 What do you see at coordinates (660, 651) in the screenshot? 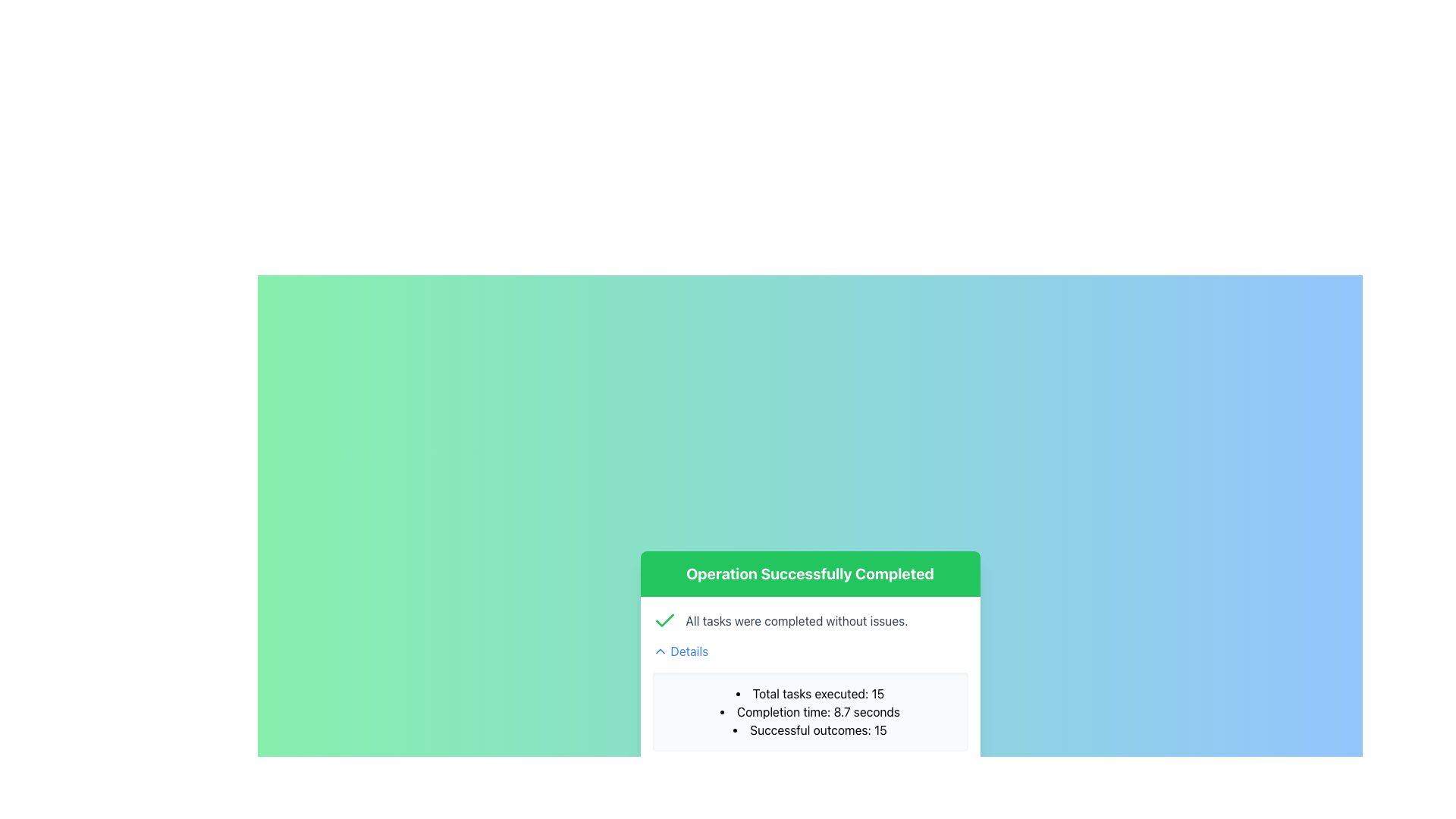
I see `the Chevron Down icon used to expand or collapse additional information next to the 'Details' text for keyboard navigation` at bounding box center [660, 651].